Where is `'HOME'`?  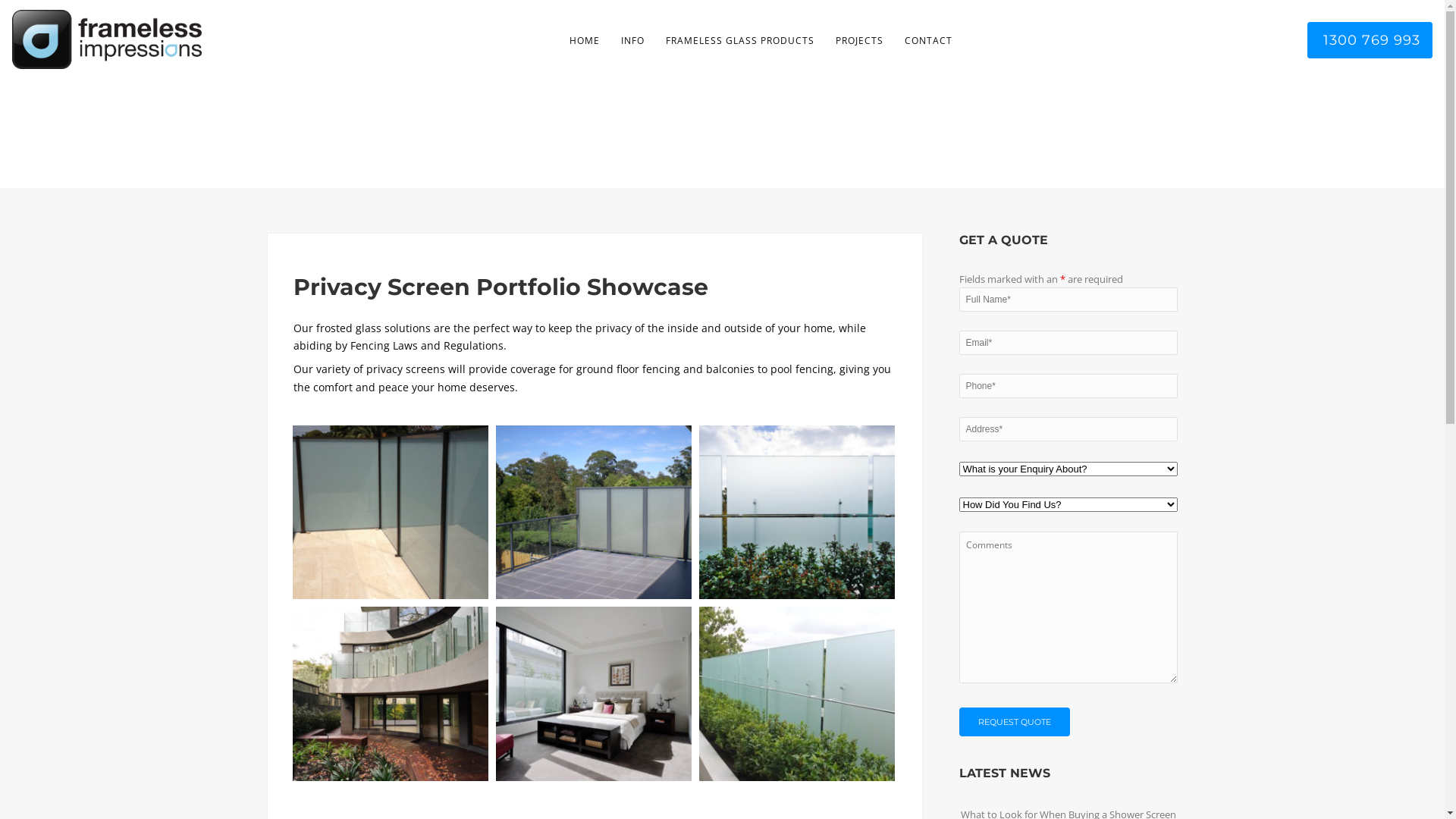 'HOME' is located at coordinates (582, 40).